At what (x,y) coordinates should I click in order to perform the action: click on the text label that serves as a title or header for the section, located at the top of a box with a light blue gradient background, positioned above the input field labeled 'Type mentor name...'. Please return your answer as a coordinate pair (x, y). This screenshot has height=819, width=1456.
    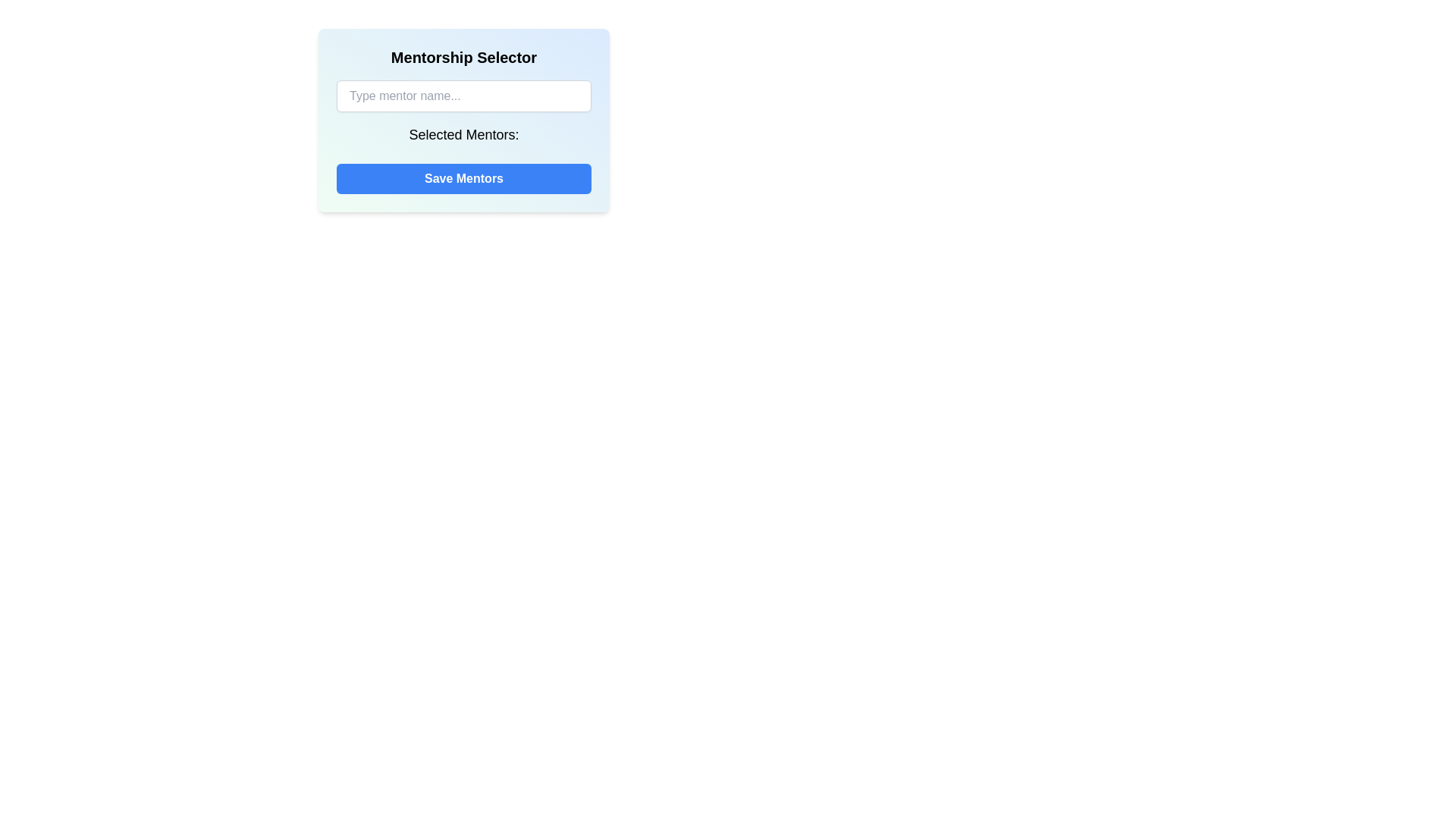
    Looking at the image, I should click on (463, 57).